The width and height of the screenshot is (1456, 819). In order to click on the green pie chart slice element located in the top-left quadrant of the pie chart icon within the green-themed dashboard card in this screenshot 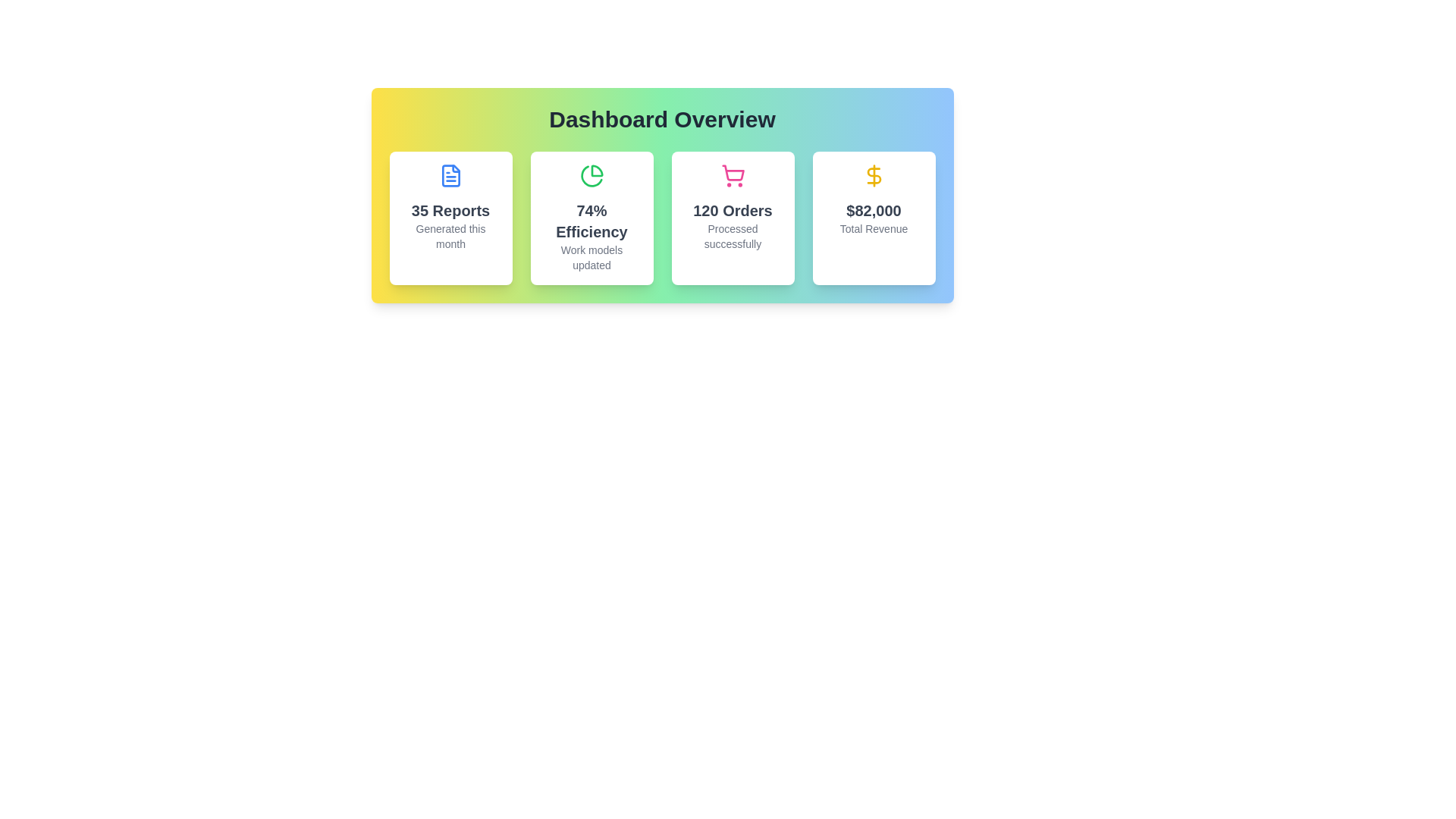, I will do `click(596, 171)`.